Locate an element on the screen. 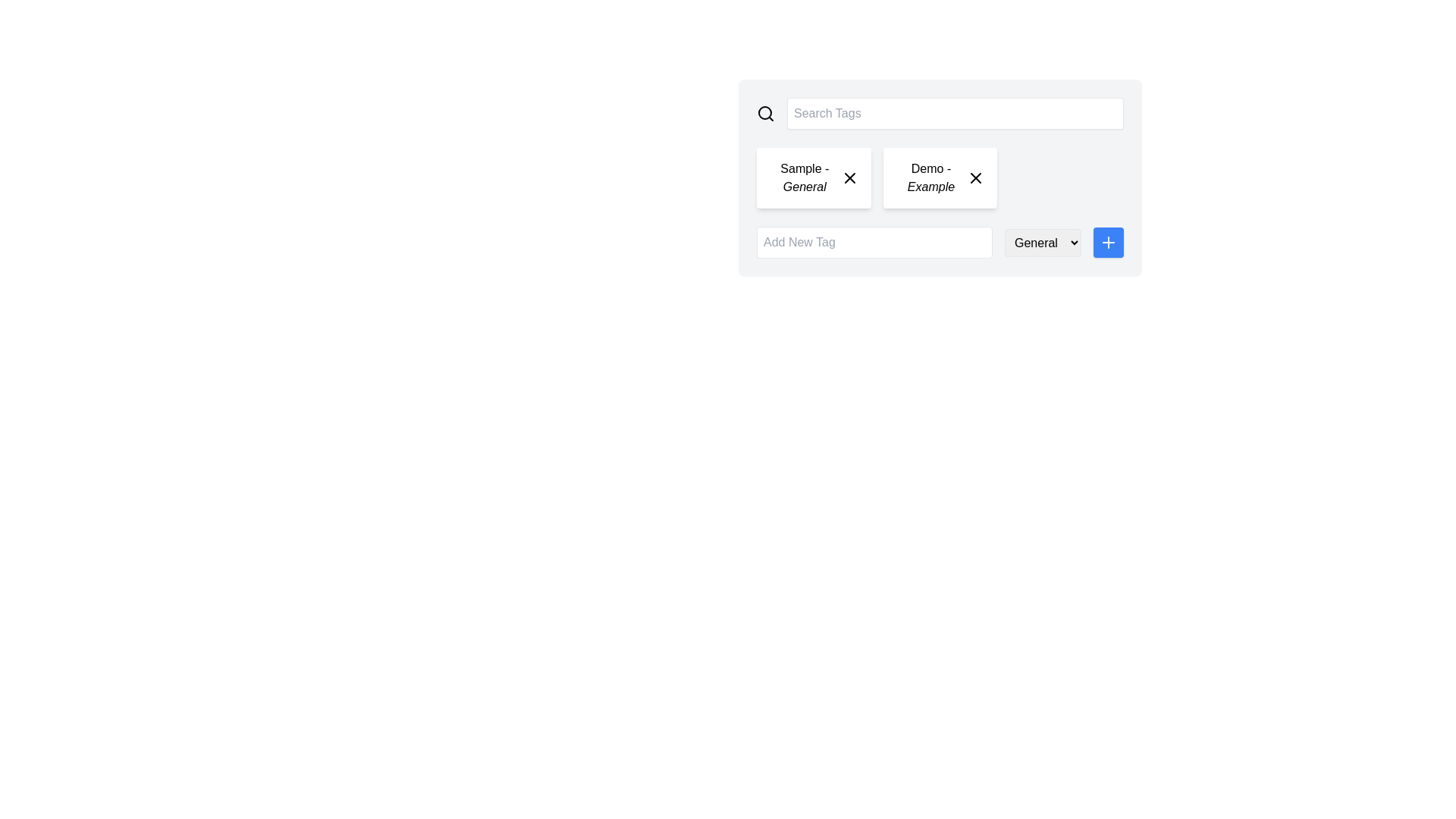  the delete icon on the 'Demo - Example' tag element is located at coordinates (939, 177).